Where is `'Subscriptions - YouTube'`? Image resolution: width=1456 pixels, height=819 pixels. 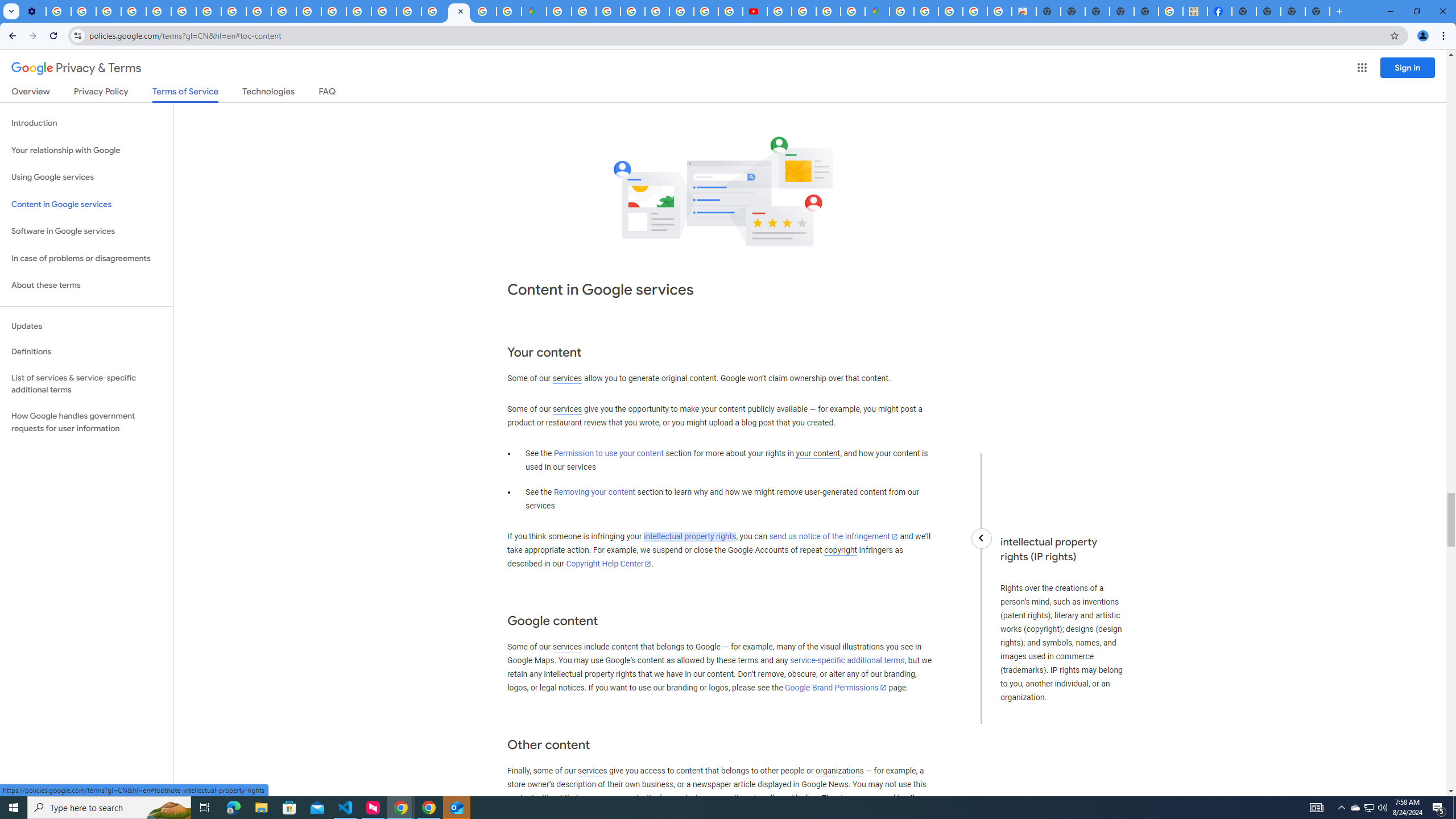
'Subscriptions - YouTube' is located at coordinates (754, 11).